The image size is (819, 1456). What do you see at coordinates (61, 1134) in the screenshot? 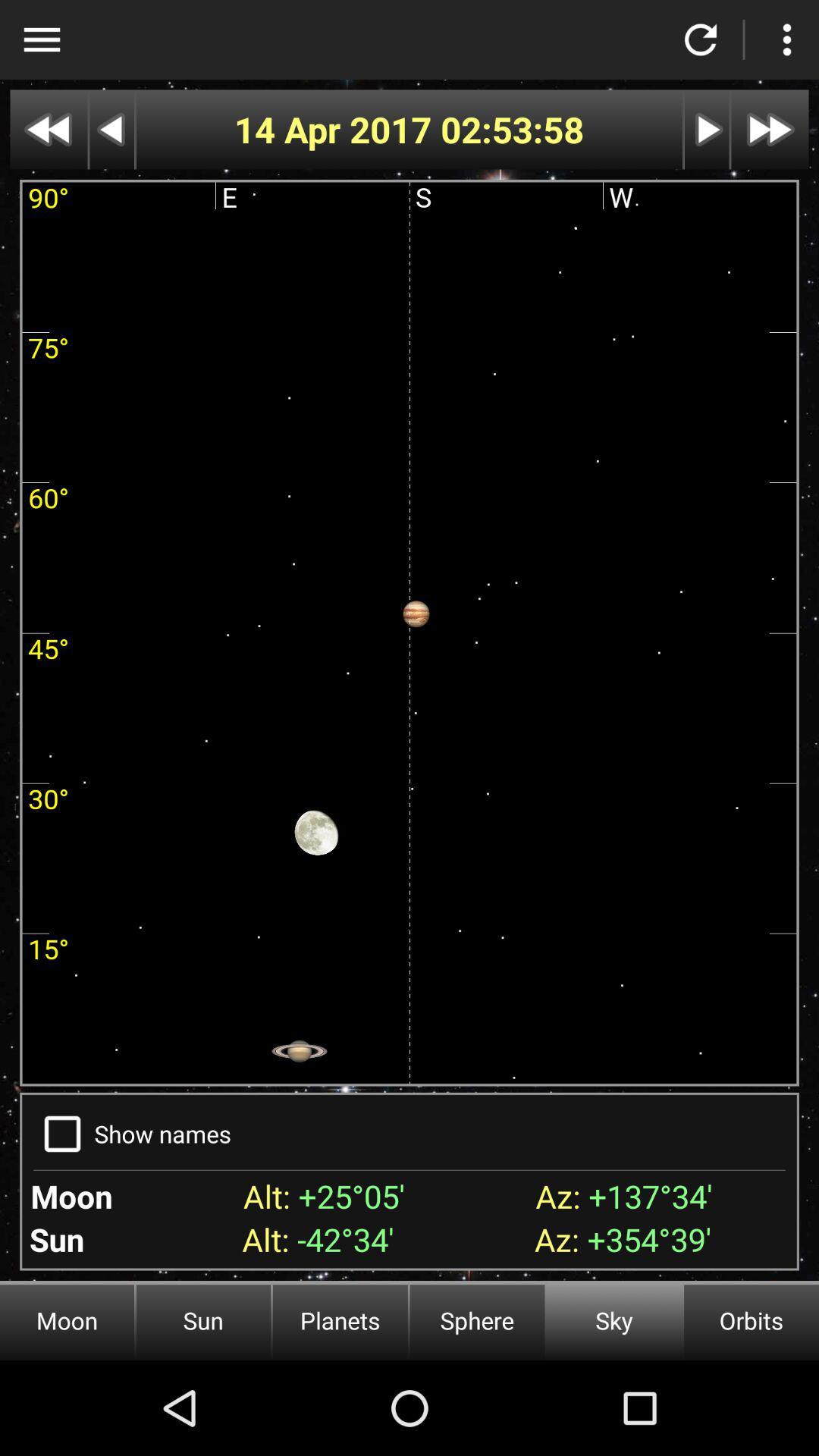
I see `the app next to show names` at bounding box center [61, 1134].